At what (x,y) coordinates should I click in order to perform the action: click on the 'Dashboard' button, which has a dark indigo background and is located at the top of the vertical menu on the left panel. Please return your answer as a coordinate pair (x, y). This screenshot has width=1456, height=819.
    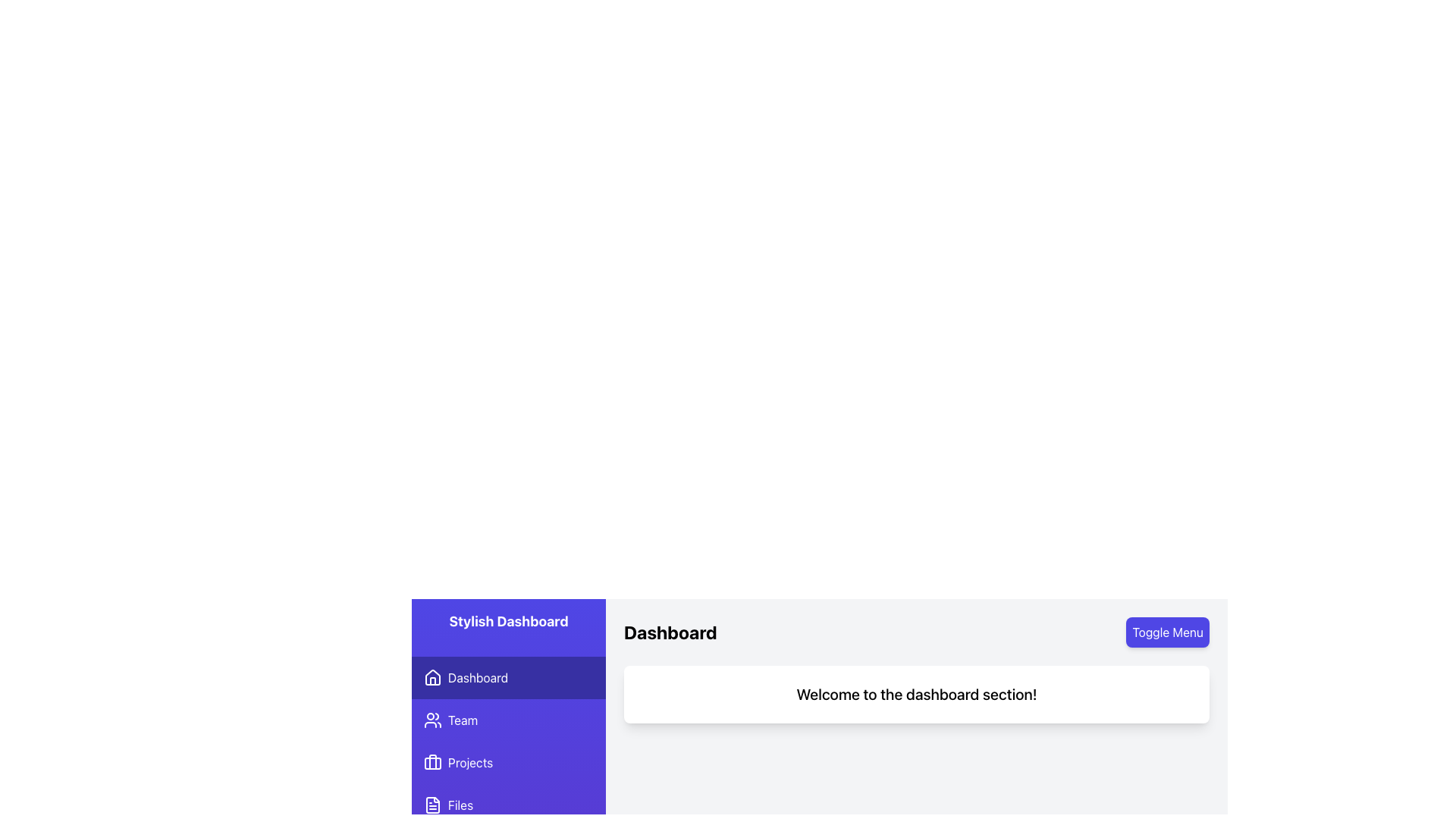
    Looking at the image, I should click on (509, 677).